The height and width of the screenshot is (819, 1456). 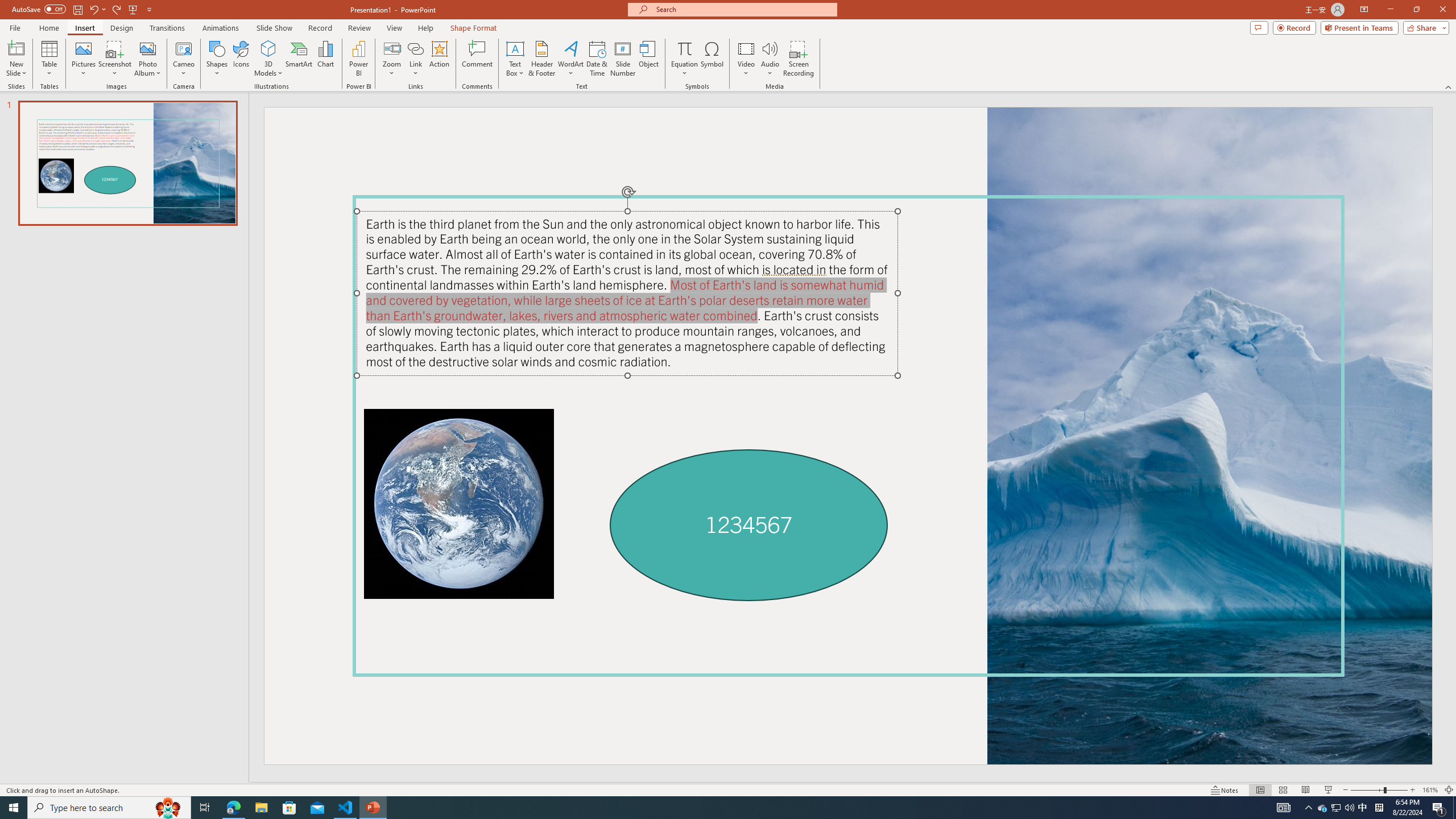 What do you see at coordinates (1430, 790) in the screenshot?
I see `'Zoom 161%'` at bounding box center [1430, 790].